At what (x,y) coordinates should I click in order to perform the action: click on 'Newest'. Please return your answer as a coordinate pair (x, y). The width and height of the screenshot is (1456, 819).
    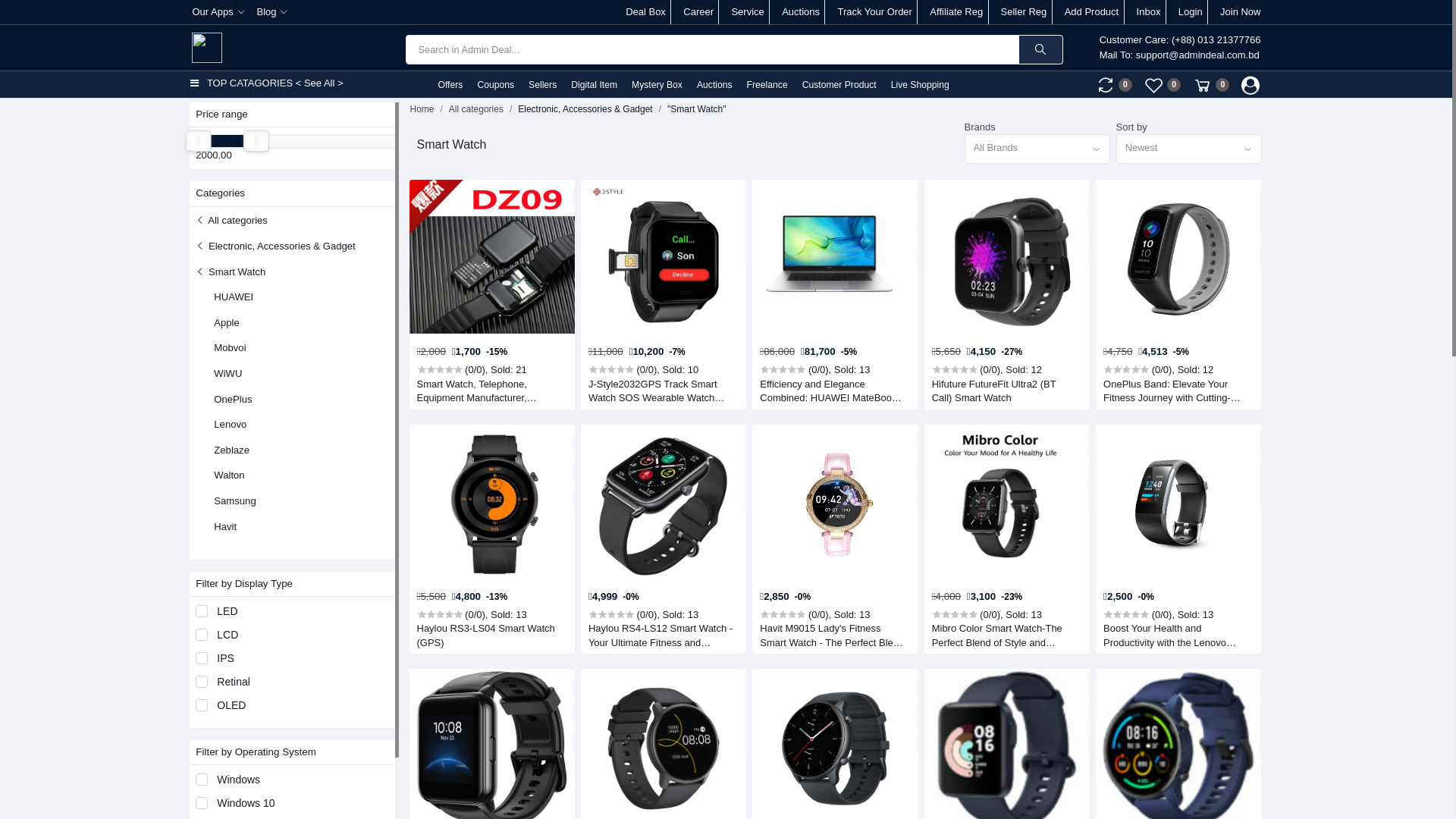
    Looking at the image, I should click on (1116, 149).